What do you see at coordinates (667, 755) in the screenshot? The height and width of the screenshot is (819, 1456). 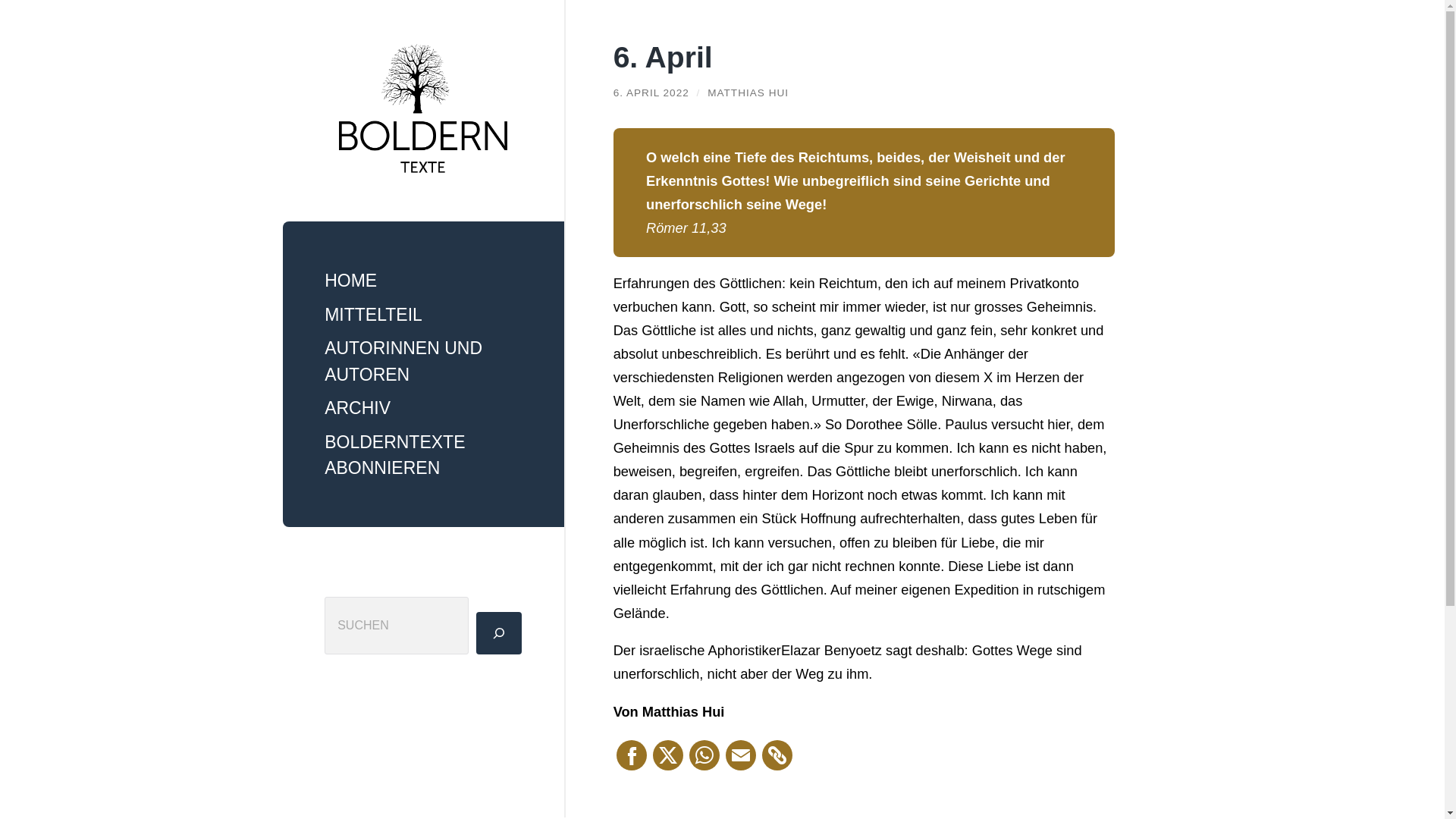 I see `'X (Twitter)'` at bounding box center [667, 755].